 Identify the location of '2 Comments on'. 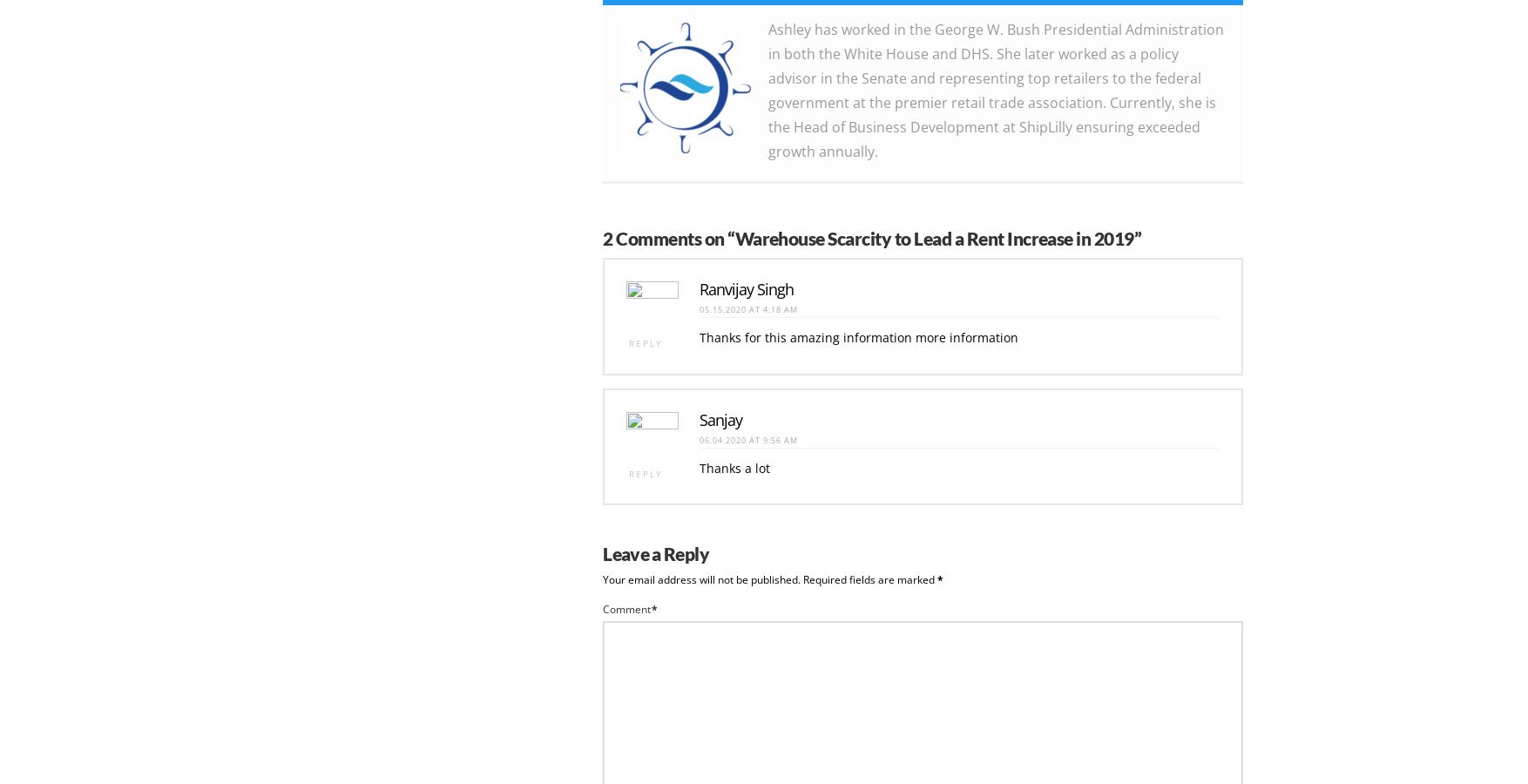
(665, 235).